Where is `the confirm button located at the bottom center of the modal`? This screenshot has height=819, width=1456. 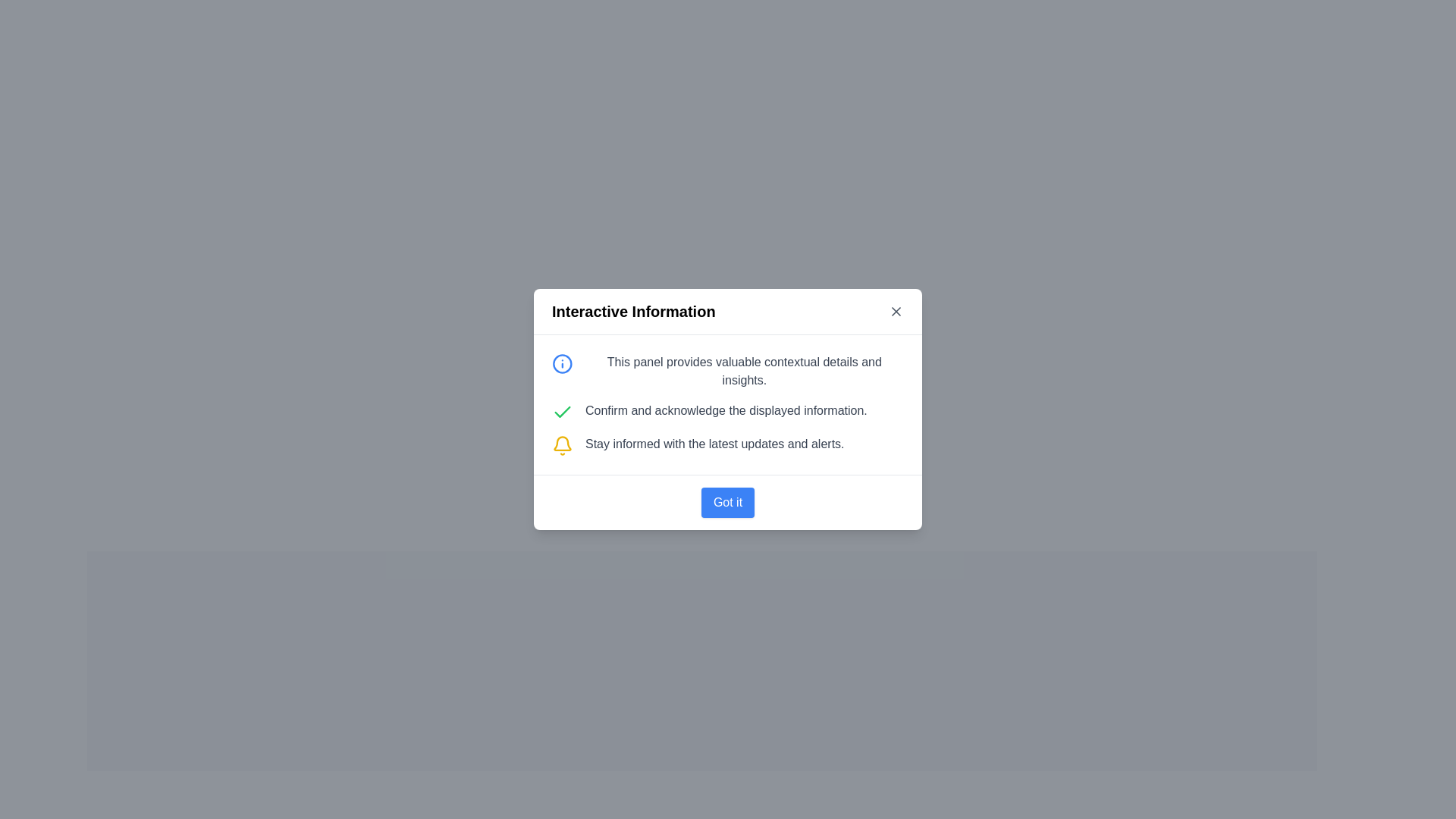
the confirm button located at the bottom center of the modal is located at coordinates (728, 503).